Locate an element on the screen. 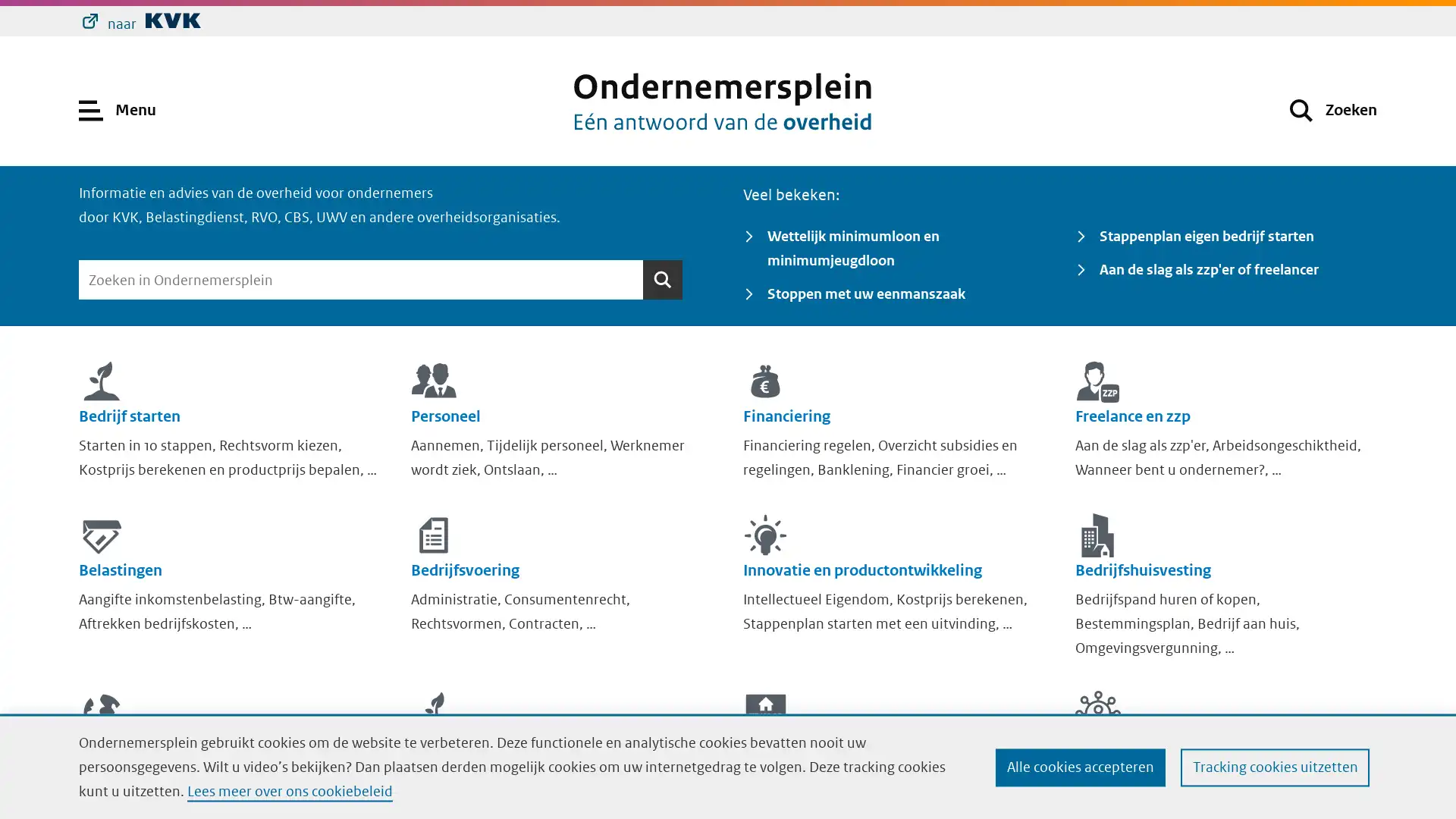 The height and width of the screenshot is (819, 1456). Alle cookies accepteren is located at coordinates (1080, 767).